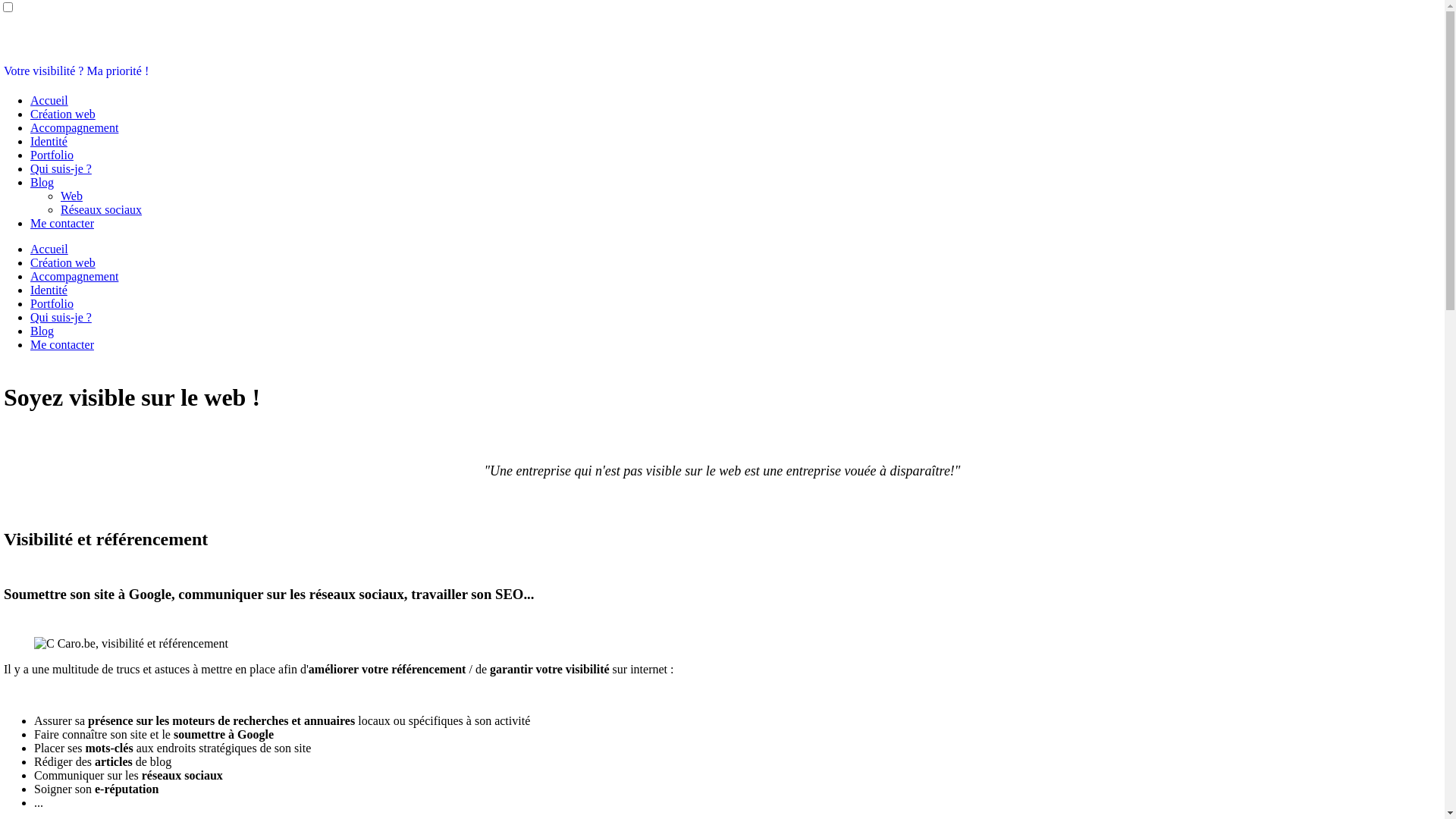 This screenshot has width=1456, height=819. I want to click on 'Me contacter', so click(61, 223).